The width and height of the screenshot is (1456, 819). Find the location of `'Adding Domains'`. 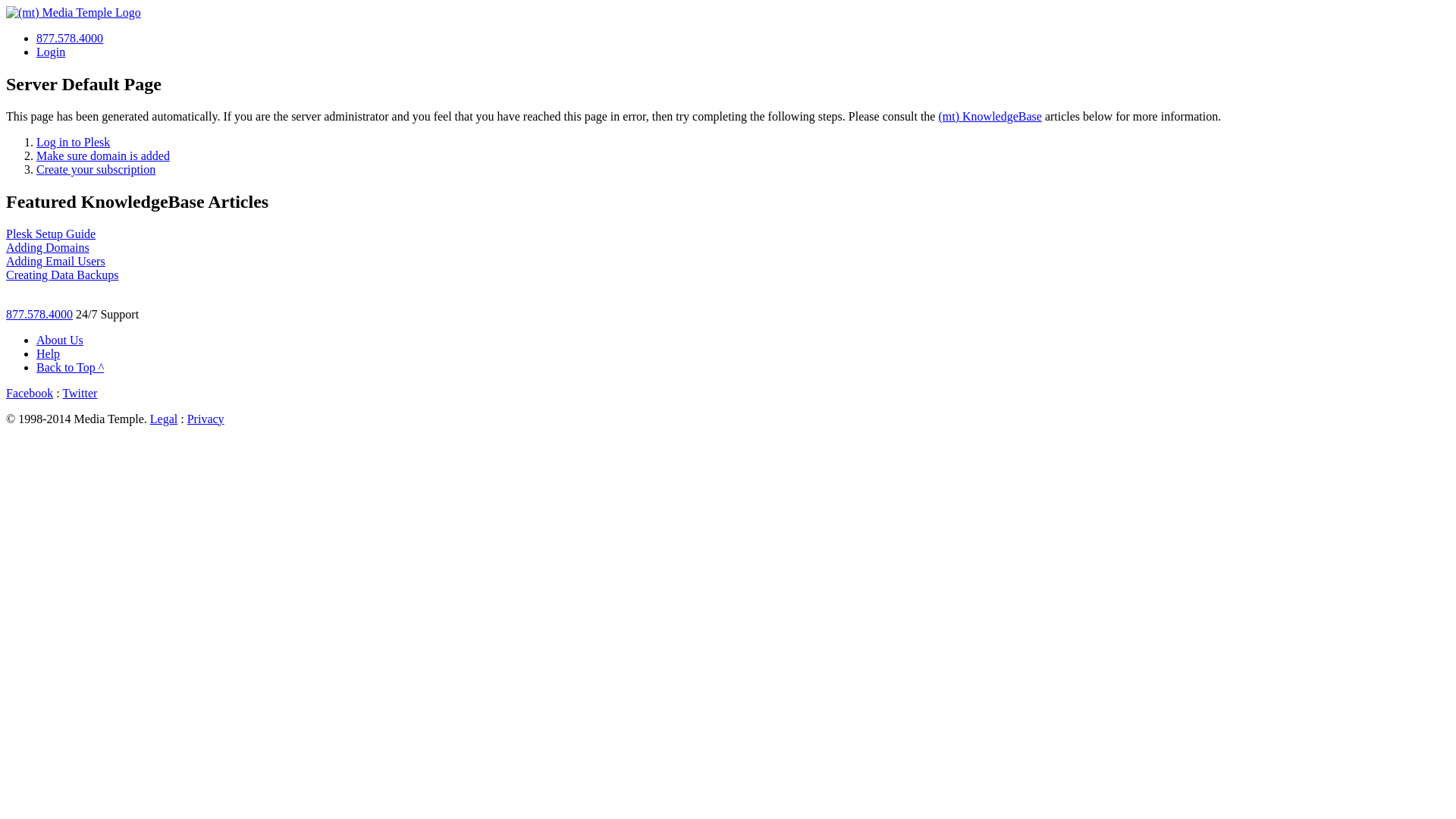

'Adding Domains' is located at coordinates (6, 246).